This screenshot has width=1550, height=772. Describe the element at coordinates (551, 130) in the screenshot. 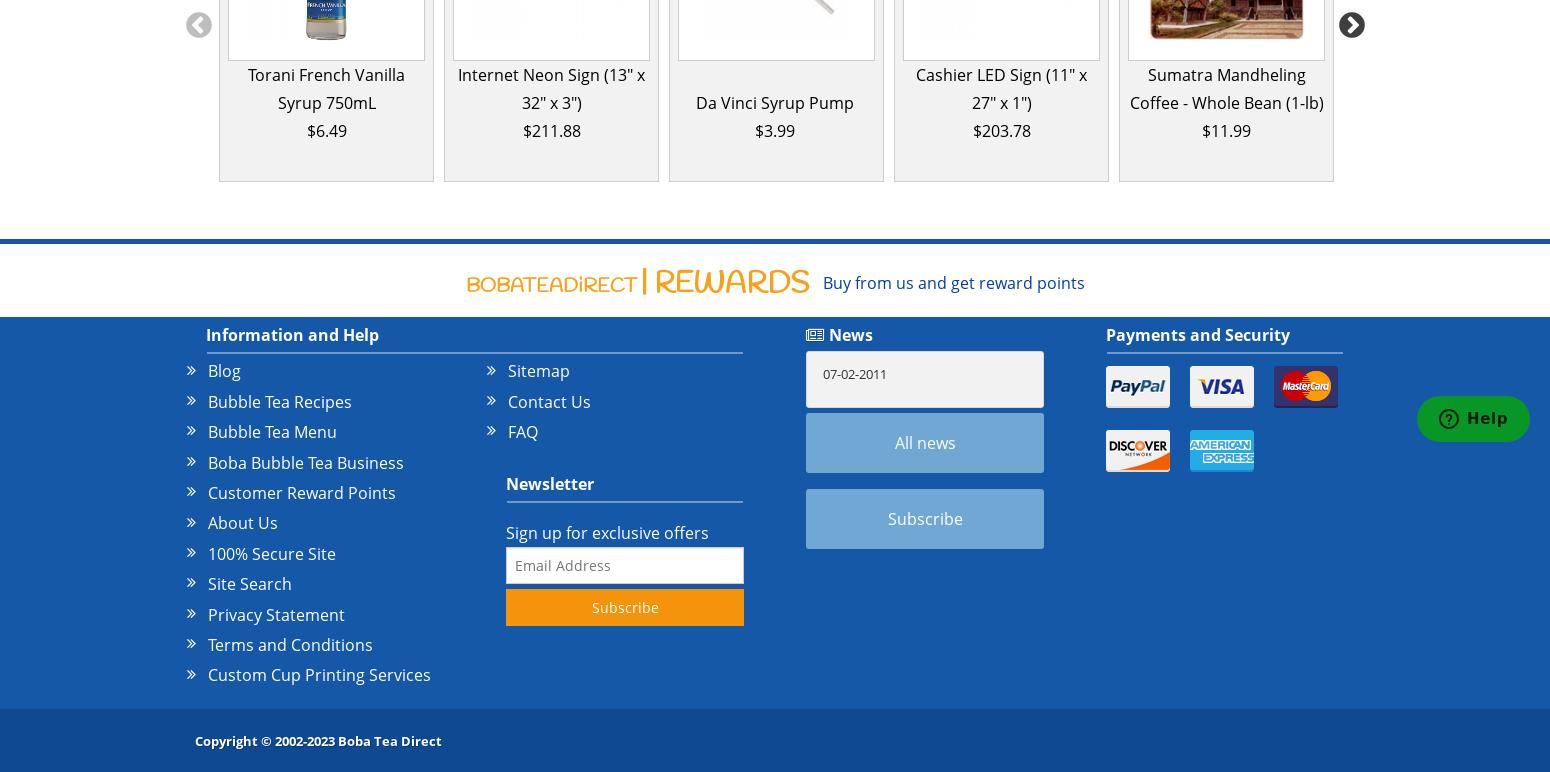

I see `'$211.88'` at that location.